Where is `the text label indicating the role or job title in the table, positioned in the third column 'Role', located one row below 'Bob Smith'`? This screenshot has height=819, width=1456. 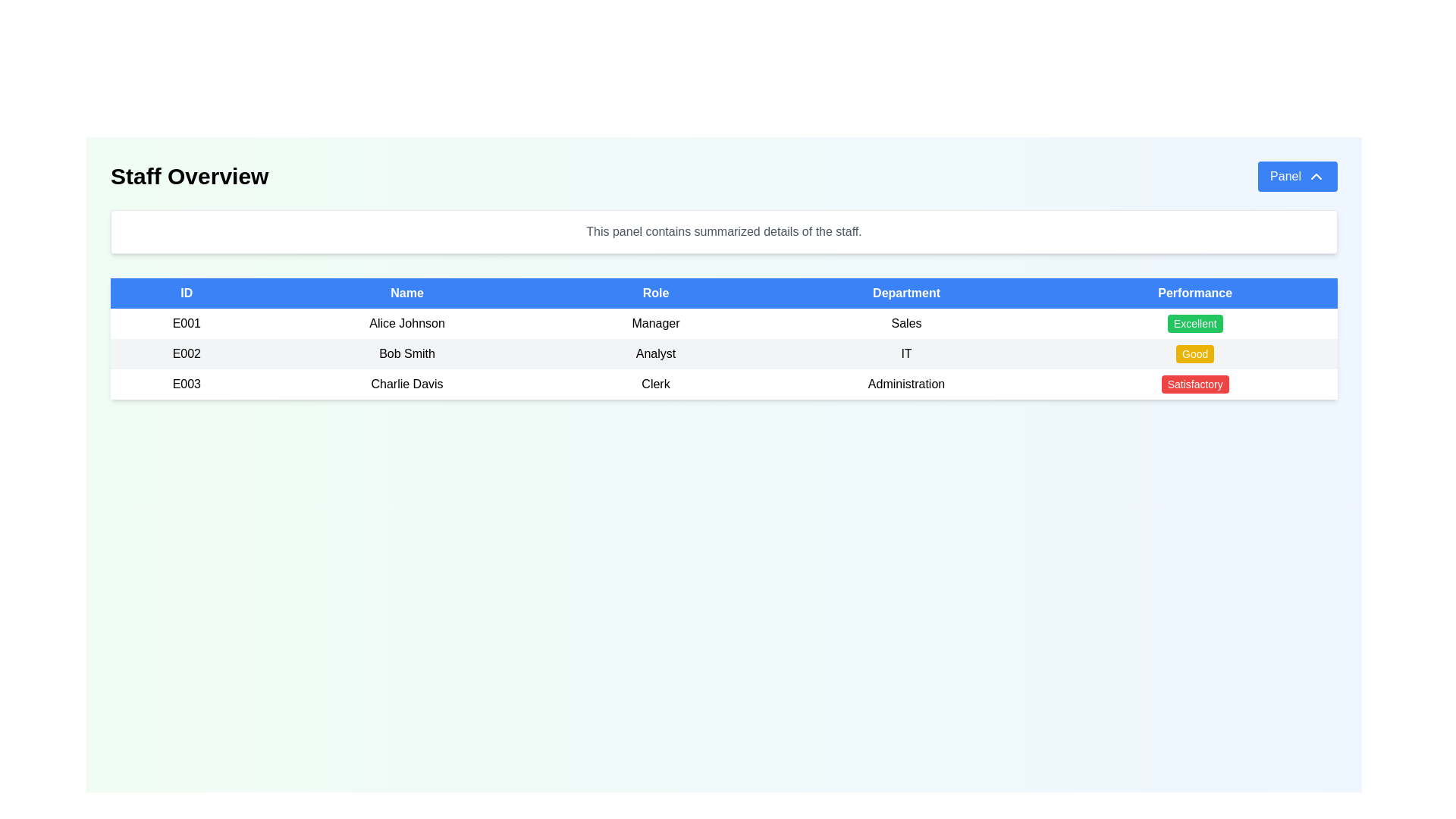 the text label indicating the role or job title in the table, positioned in the third column 'Role', located one row below 'Bob Smith' is located at coordinates (655, 383).